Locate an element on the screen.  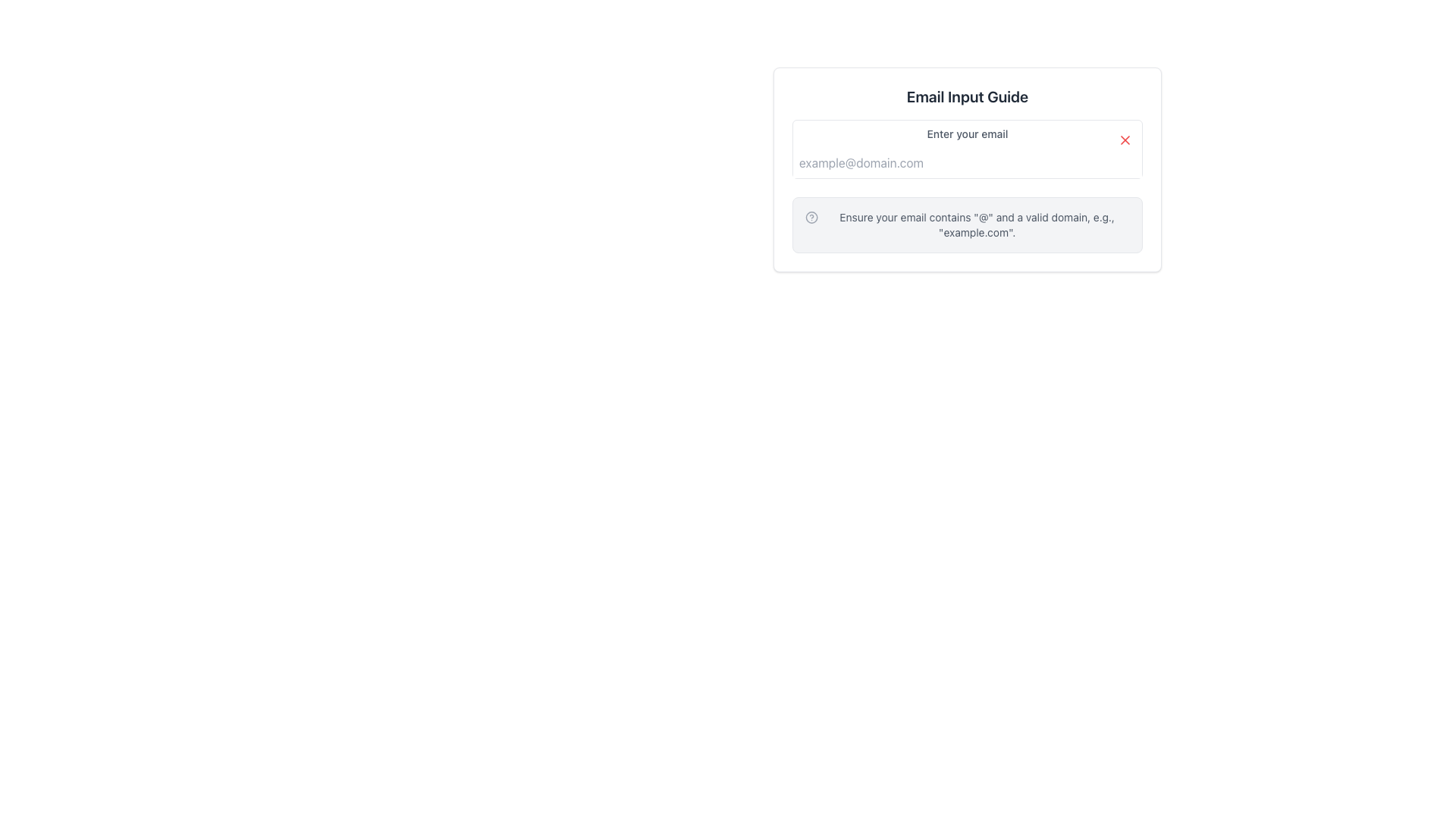
the small red 'X' close button located at the top-right corner of the email input field to clear the input is located at coordinates (1125, 140).